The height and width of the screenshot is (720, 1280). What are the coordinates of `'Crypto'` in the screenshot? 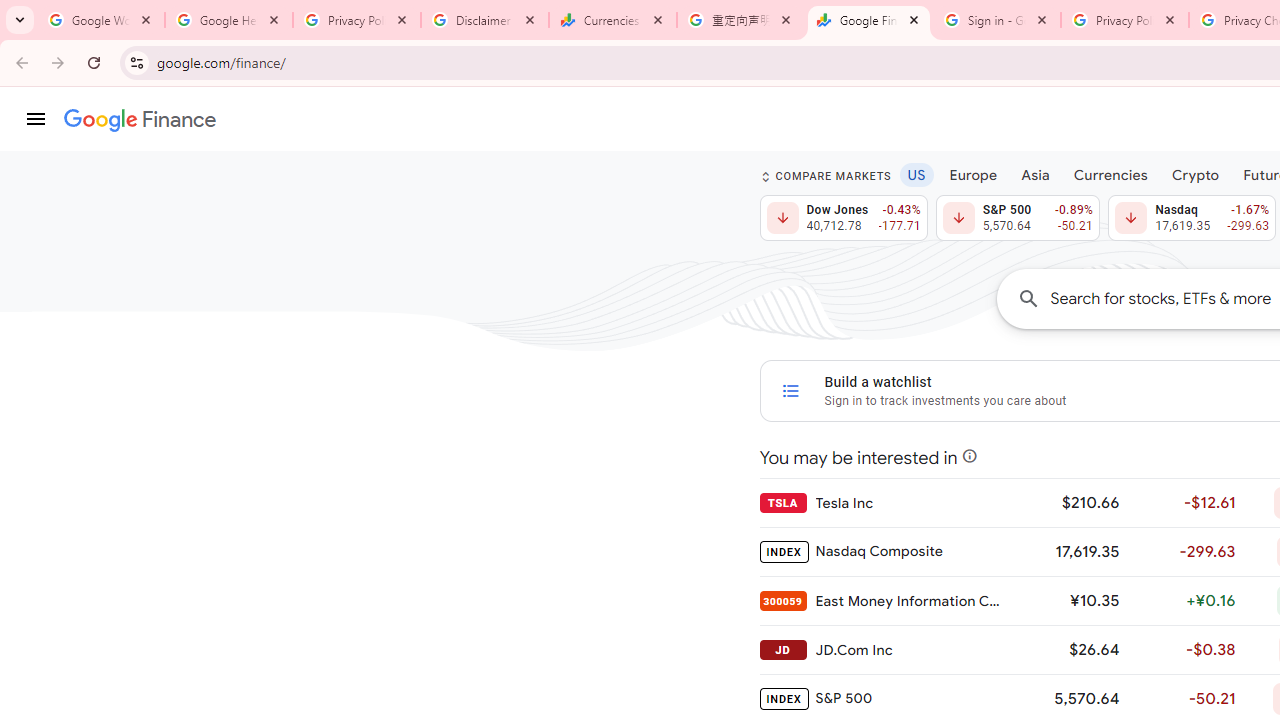 It's located at (1195, 173).